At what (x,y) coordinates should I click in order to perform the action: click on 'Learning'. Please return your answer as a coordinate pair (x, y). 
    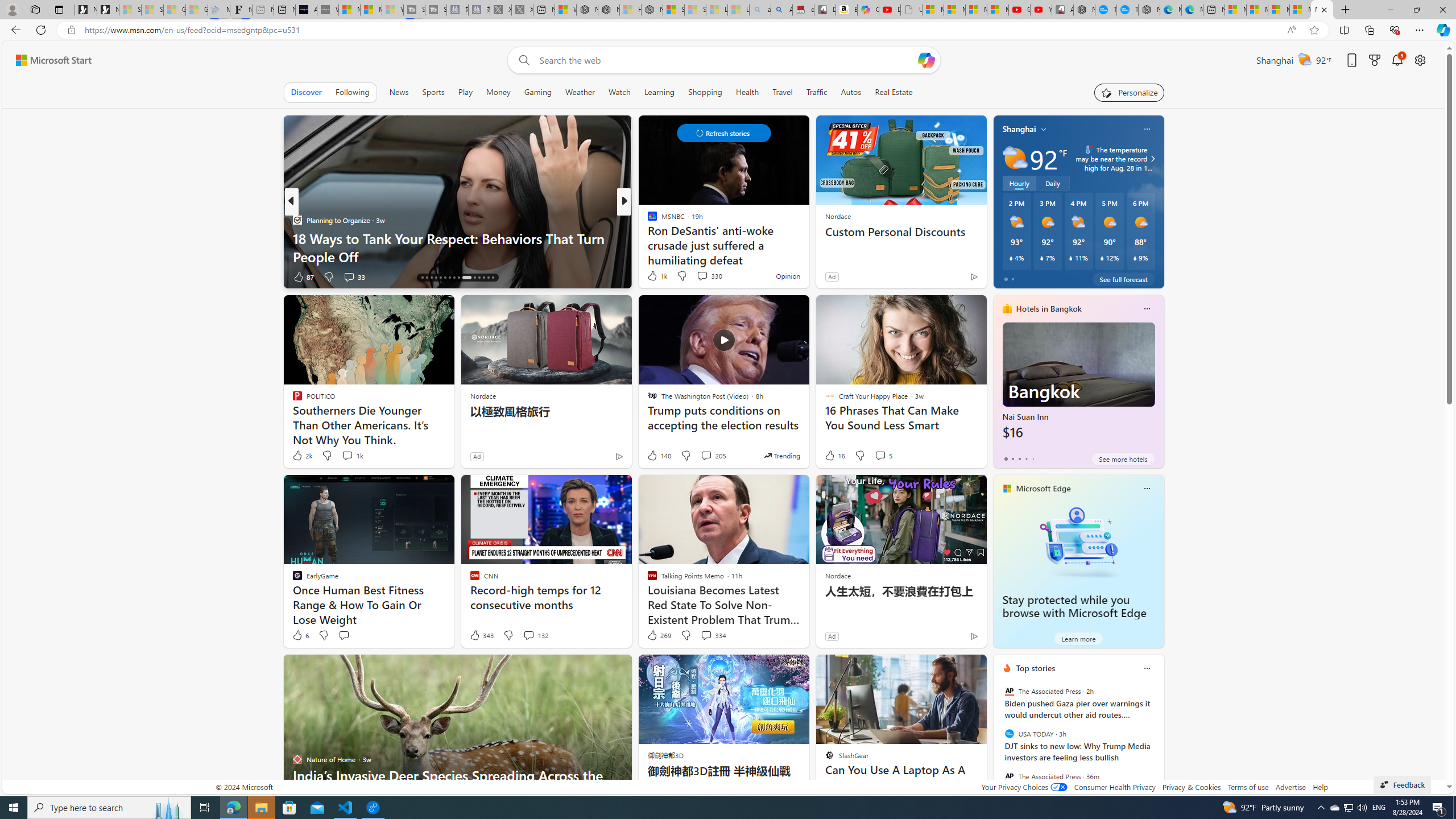
    Looking at the image, I should click on (659, 92).